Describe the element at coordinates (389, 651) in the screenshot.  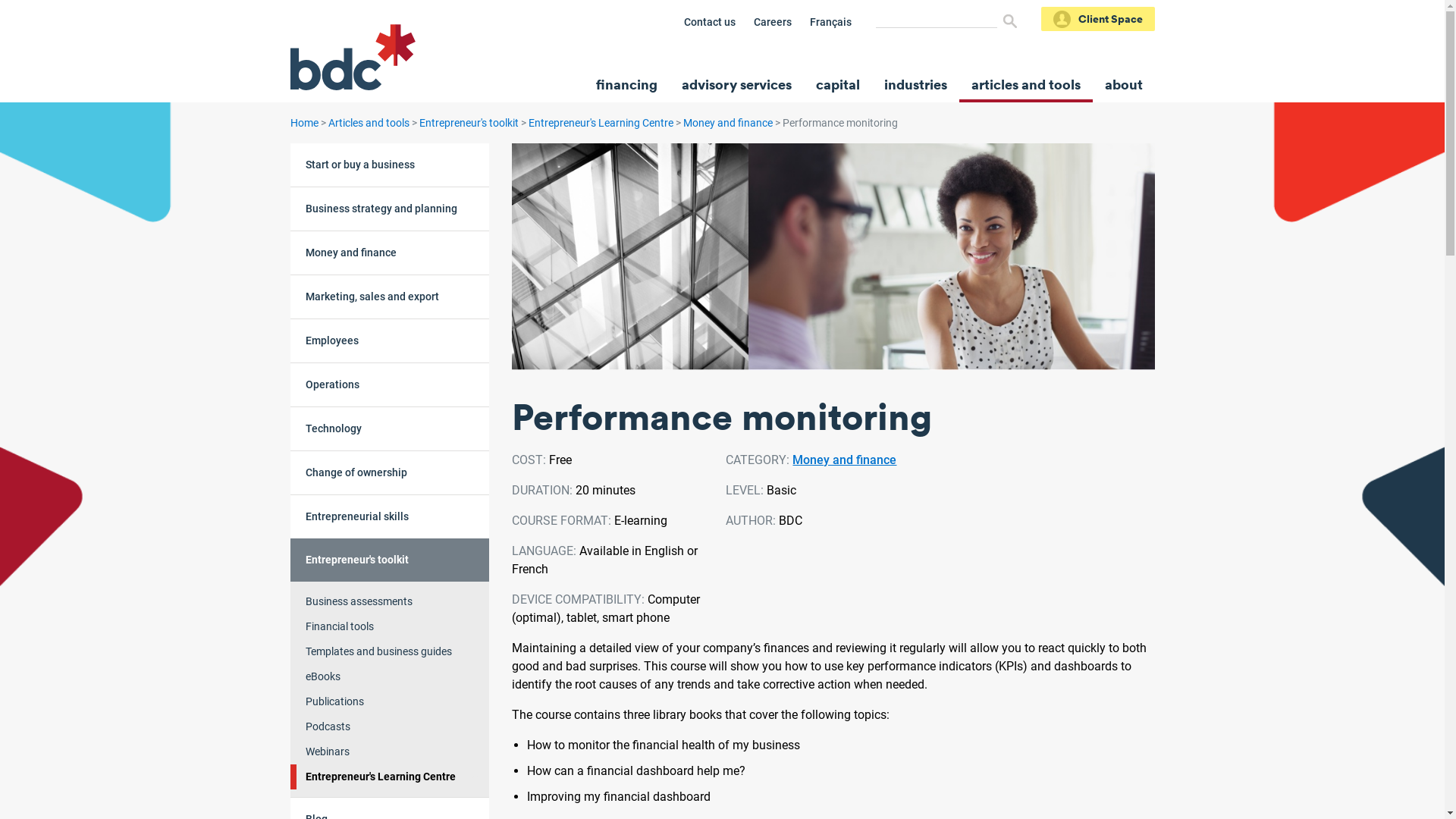
I see `'Templates and business guides'` at that location.